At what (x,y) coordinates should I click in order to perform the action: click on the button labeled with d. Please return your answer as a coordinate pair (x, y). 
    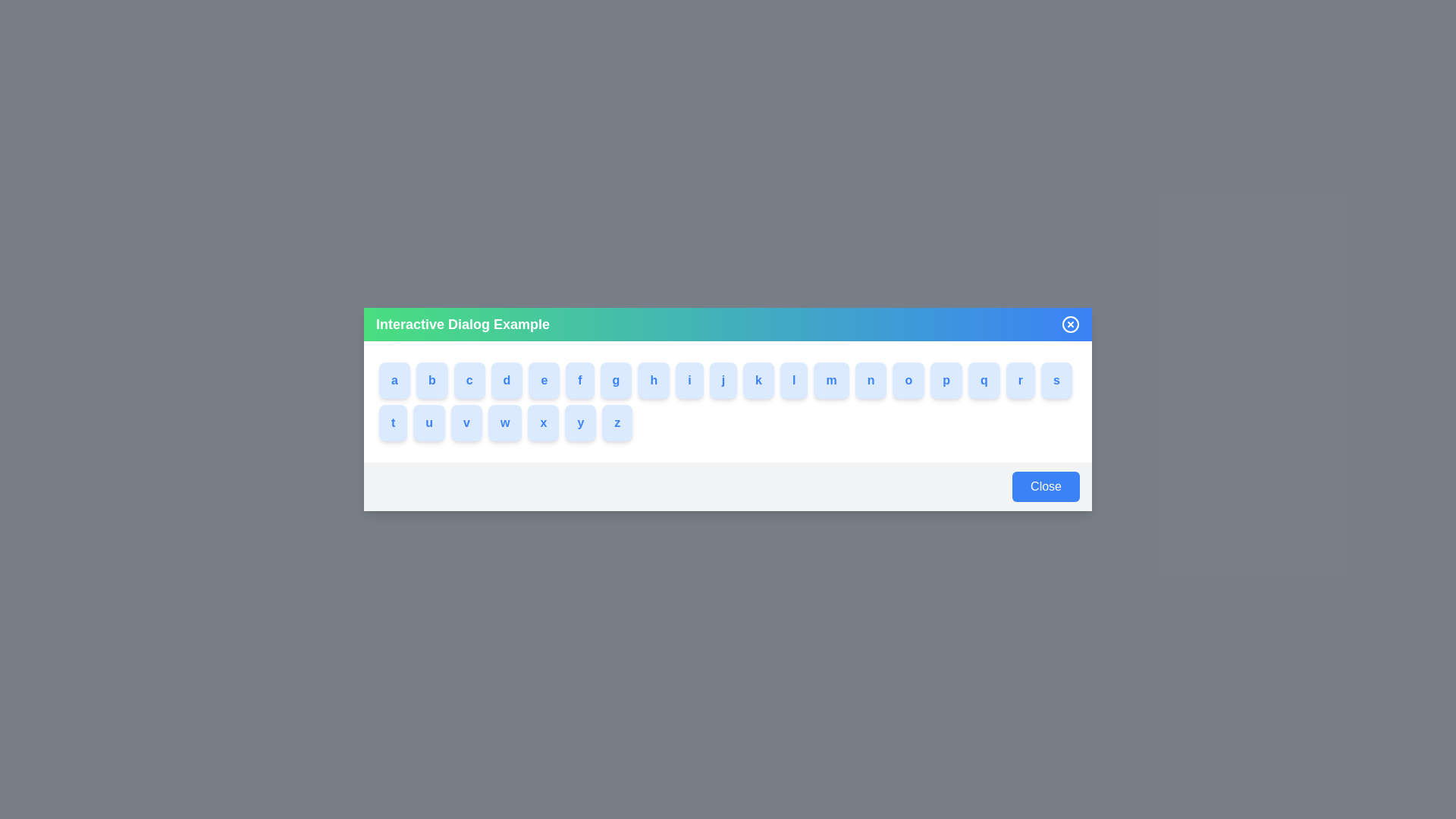
    Looking at the image, I should click on (508, 379).